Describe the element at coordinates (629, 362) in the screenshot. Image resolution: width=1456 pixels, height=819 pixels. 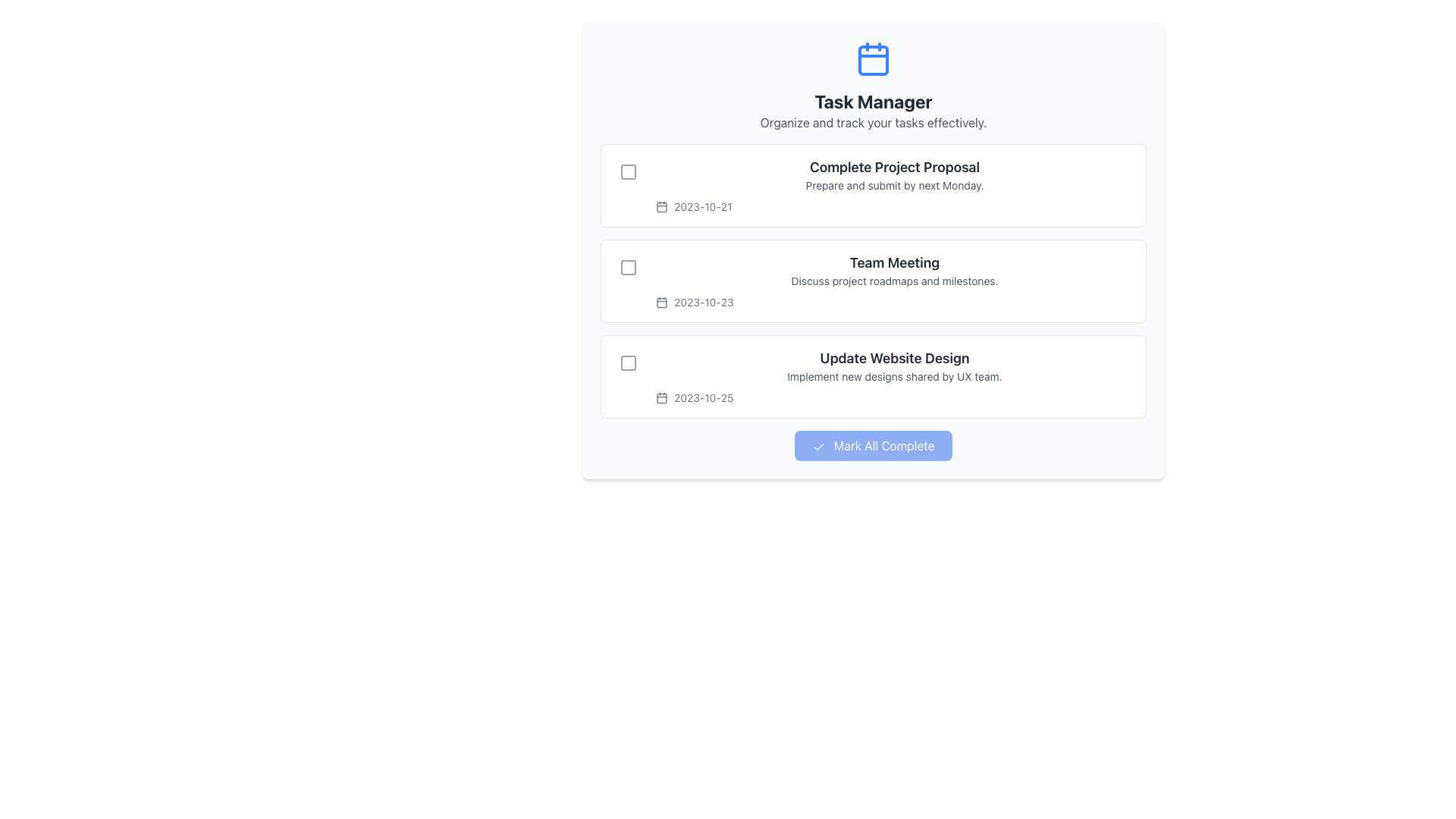
I see `the checkbox or marker icon located to the left of the task labeled 'Update Website Design' in the third task row` at that location.